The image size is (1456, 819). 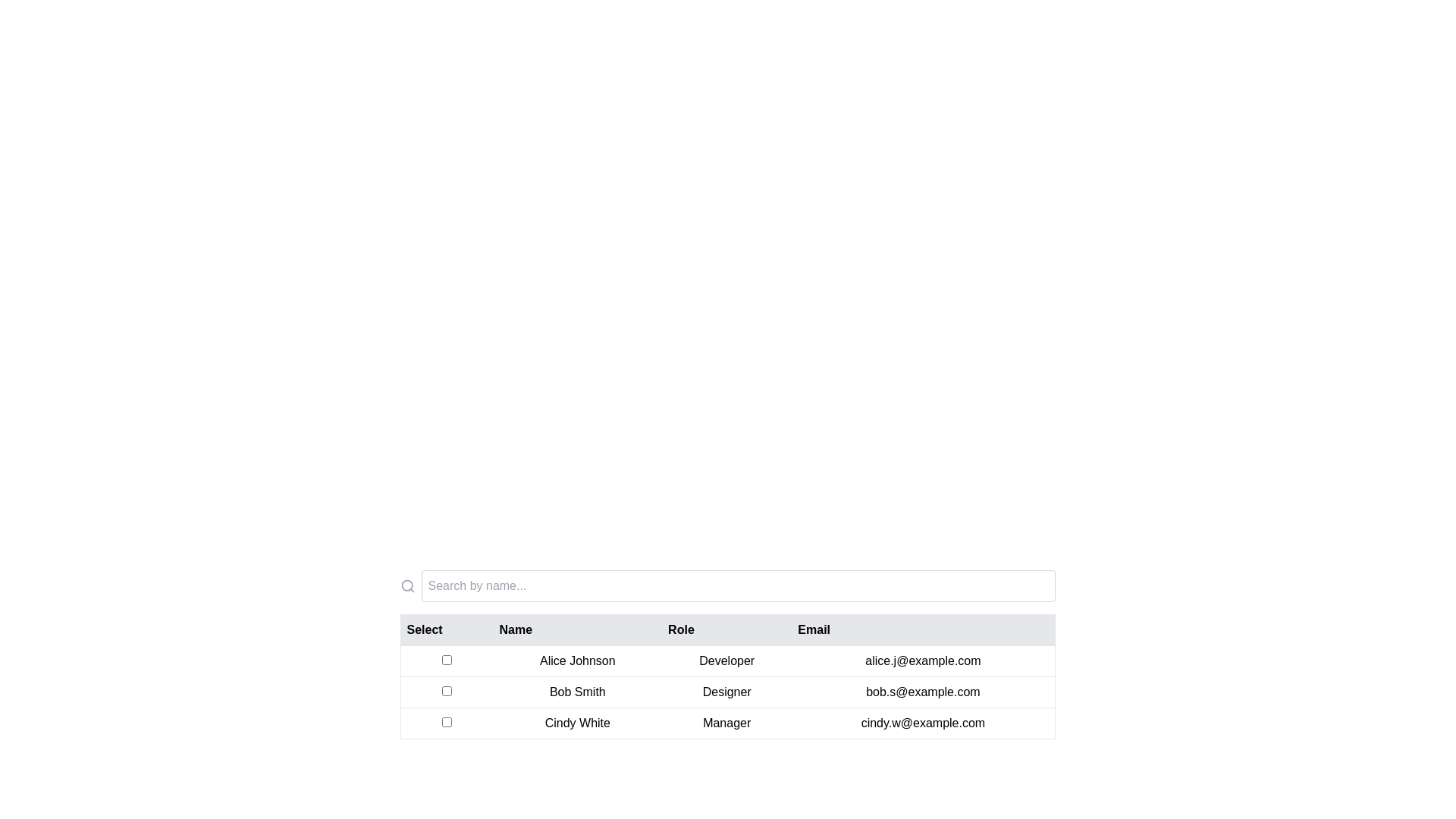 What do you see at coordinates (726, 722) in the screenshot?
I see `on the third row of the table displaying individual data, which includes name, role, and email` at bounding box center [726, 722].